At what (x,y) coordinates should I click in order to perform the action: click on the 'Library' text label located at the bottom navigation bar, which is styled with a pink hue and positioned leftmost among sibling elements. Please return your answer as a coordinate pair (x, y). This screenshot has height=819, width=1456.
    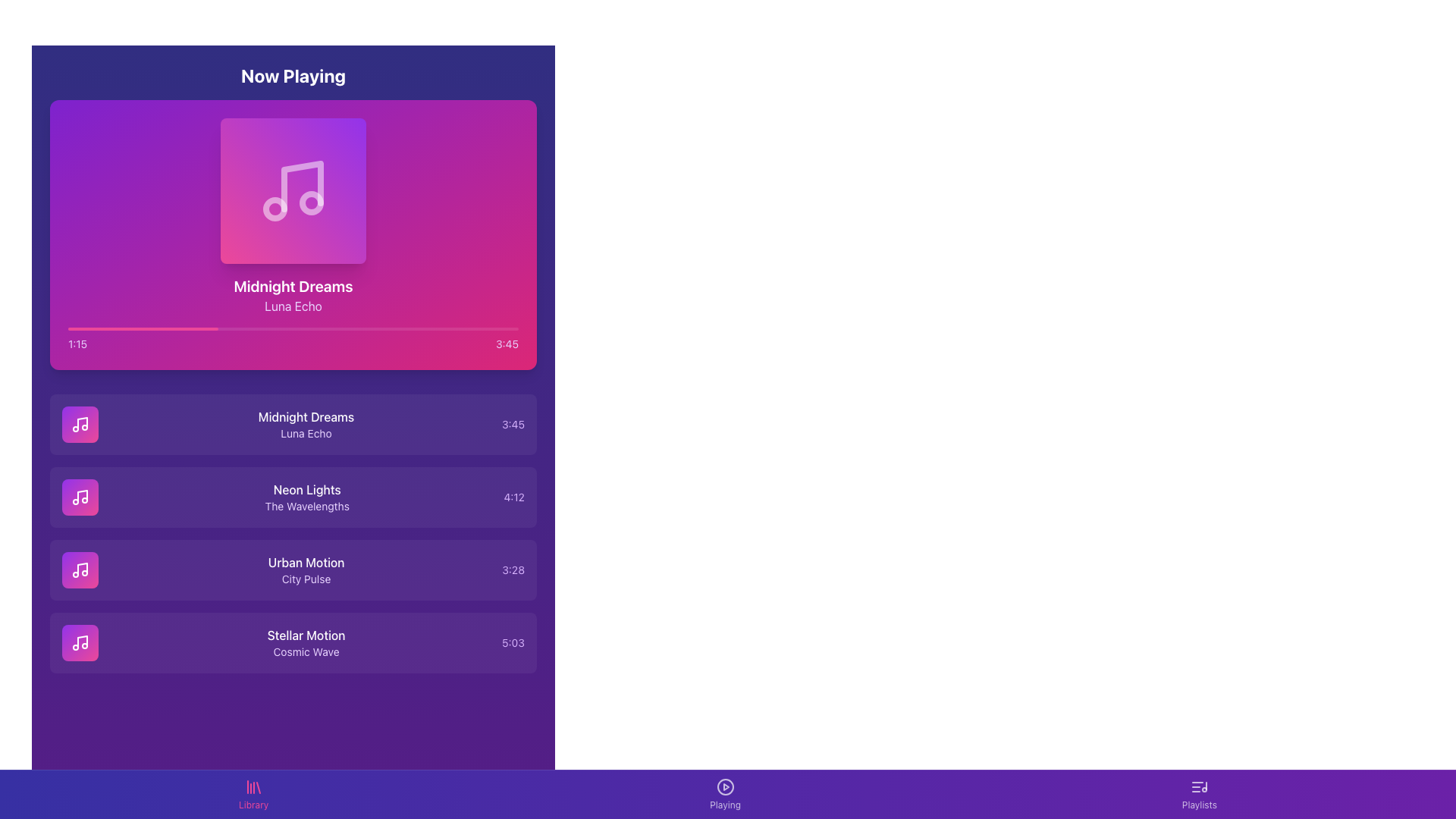
    Looking at the image, I should click on (253, 804).